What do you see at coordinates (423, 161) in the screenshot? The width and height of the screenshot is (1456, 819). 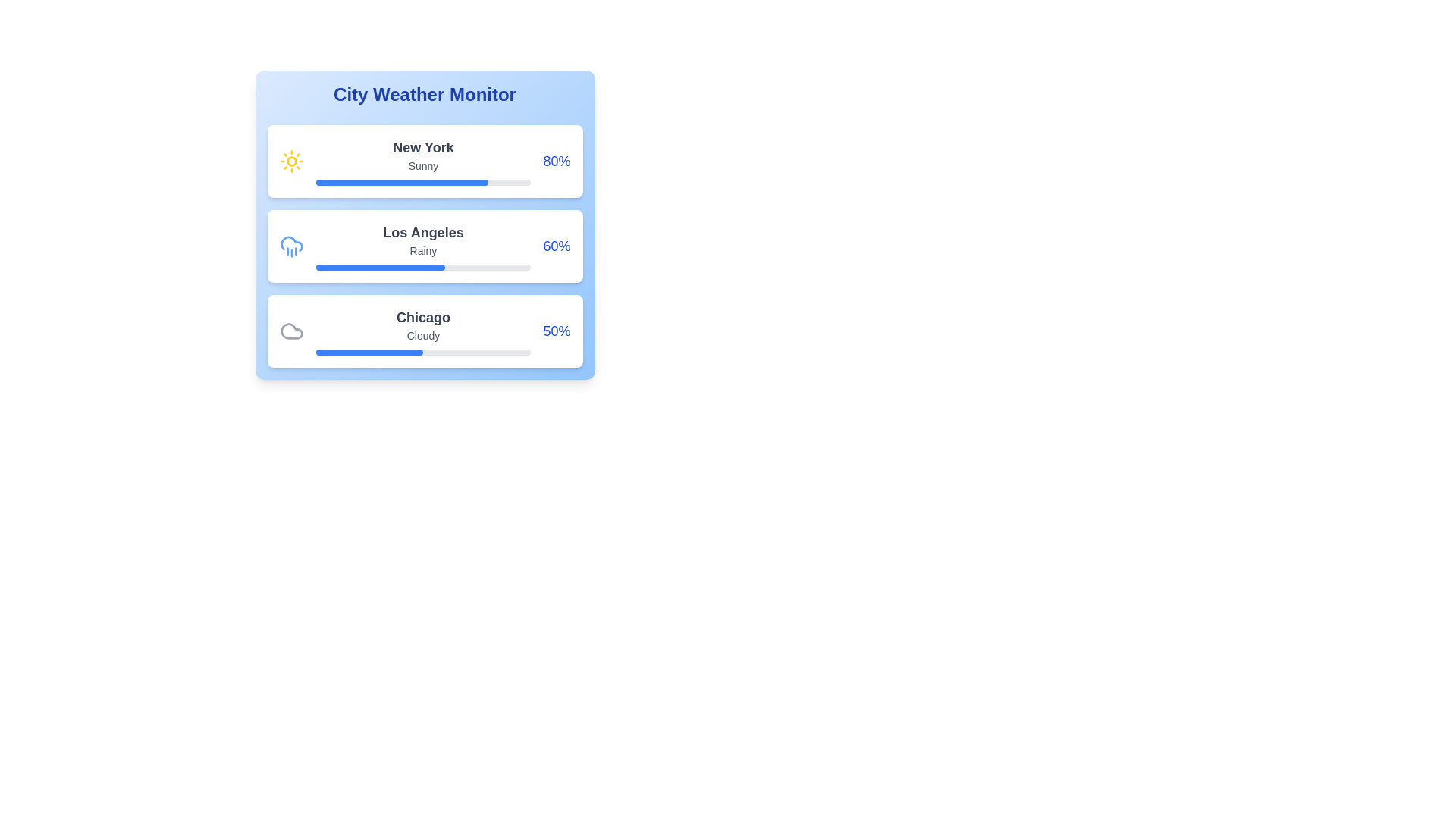 I see `weather data displayed in the Weather data display block for New York, which shows 'Sunny' and an 80% progress bar` at bounding box center [423, 161].